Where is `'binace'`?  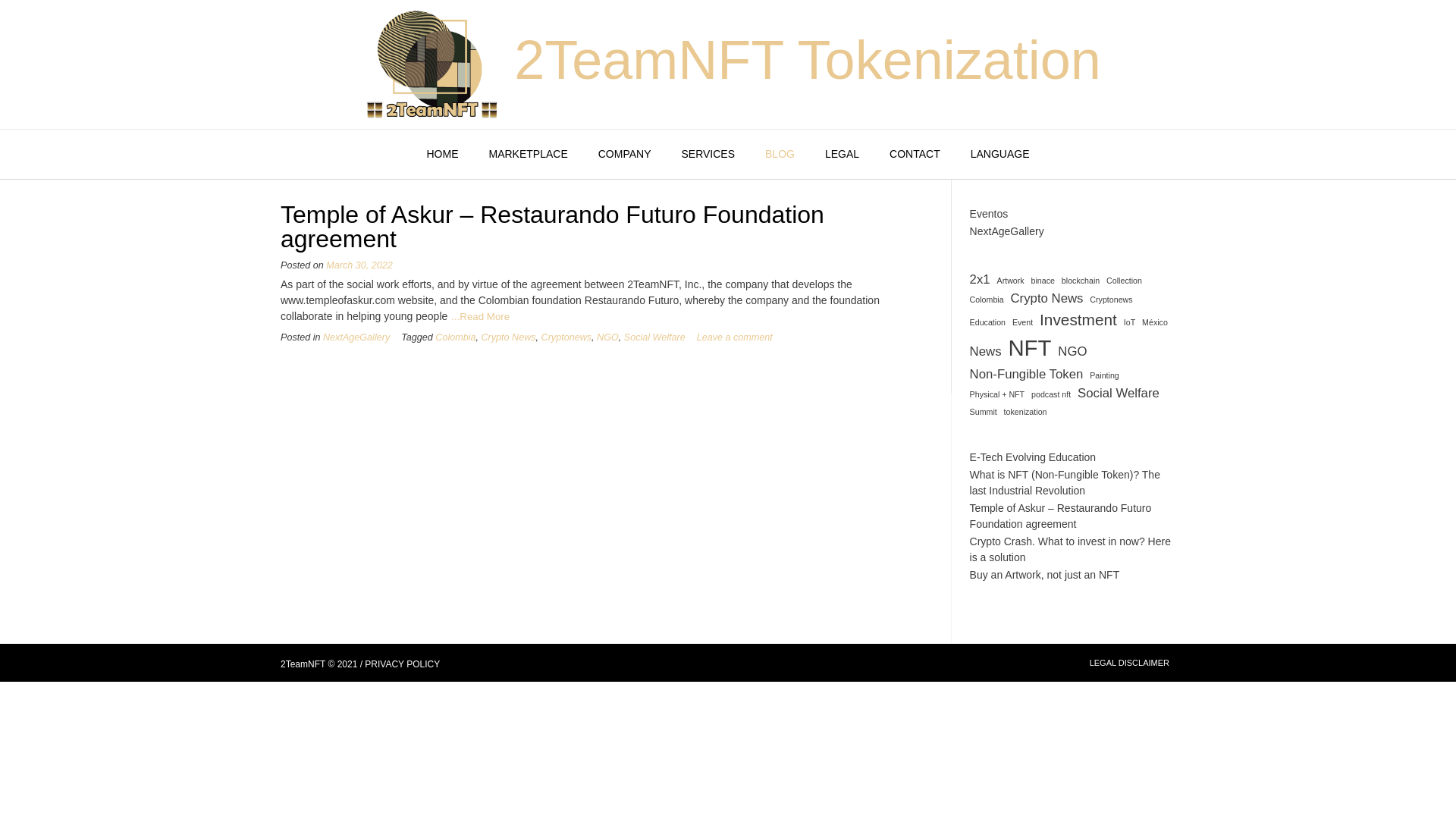
'binace' is located at coordinates (1042, 281).